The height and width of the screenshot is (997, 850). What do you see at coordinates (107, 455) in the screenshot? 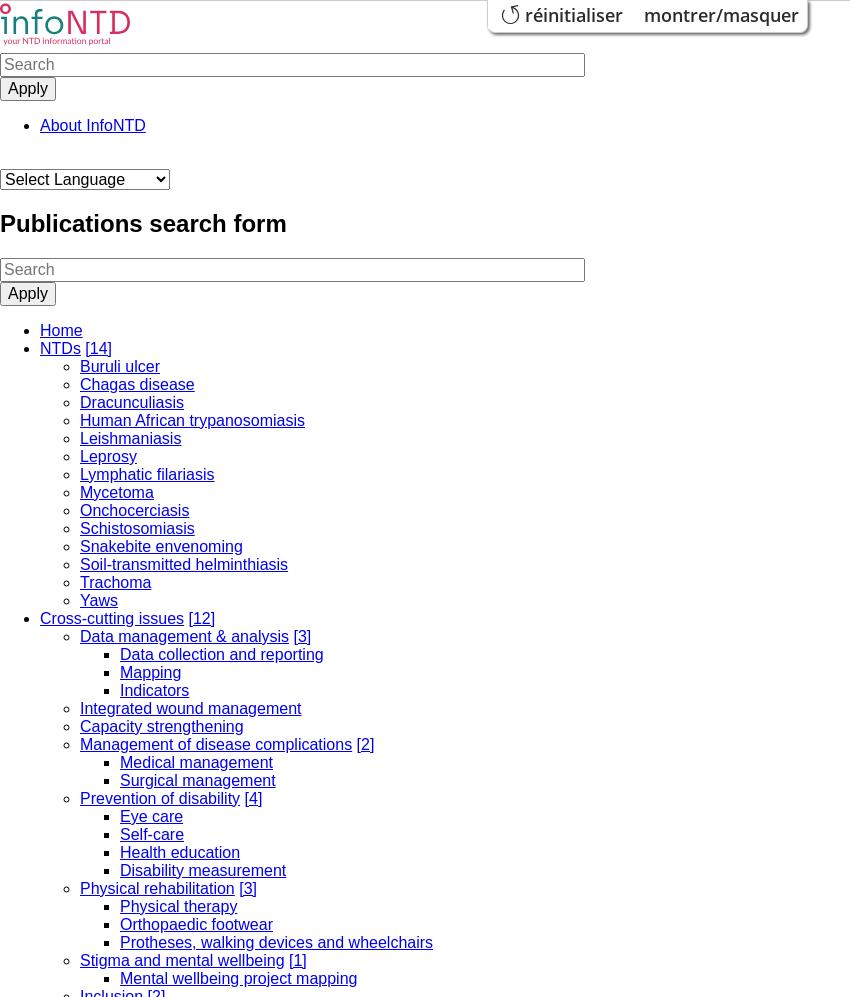
I see `'Leprosy'` at bounding box center [107, 455].